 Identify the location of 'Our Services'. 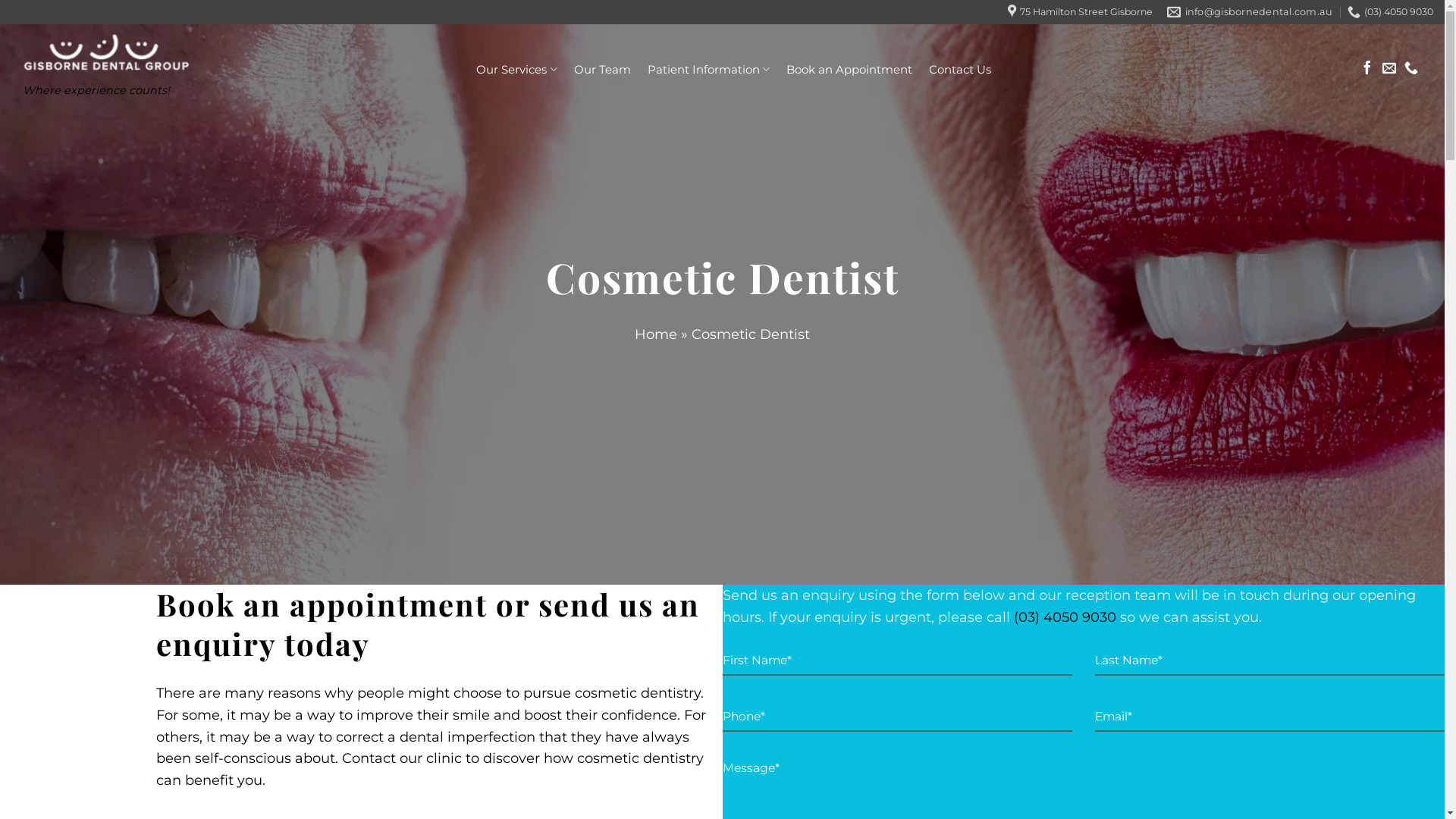
(475, 69).